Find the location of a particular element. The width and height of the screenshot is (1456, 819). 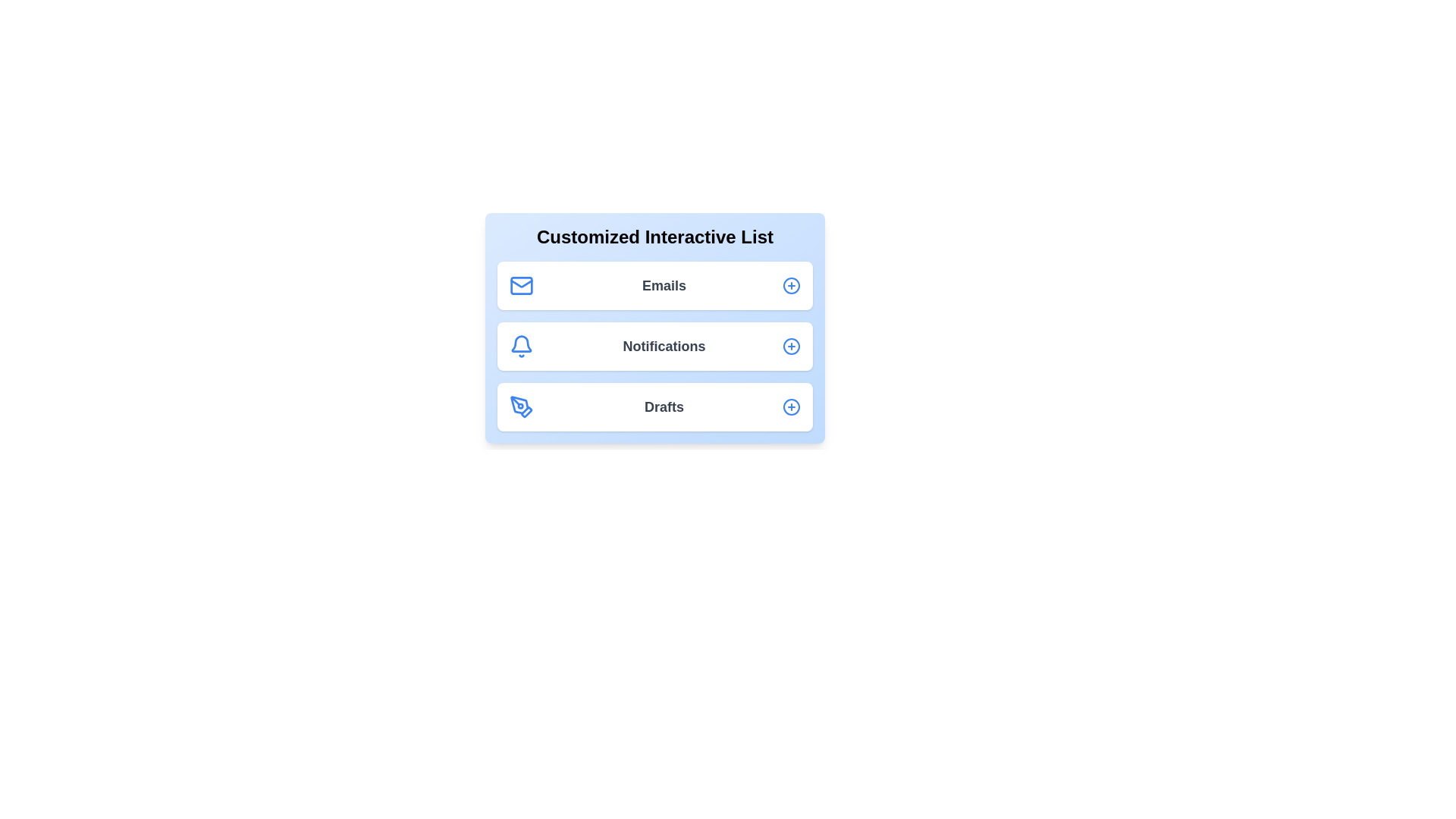

the expand/collapse button for the Drafts list item is located at coordinates (790, 406).